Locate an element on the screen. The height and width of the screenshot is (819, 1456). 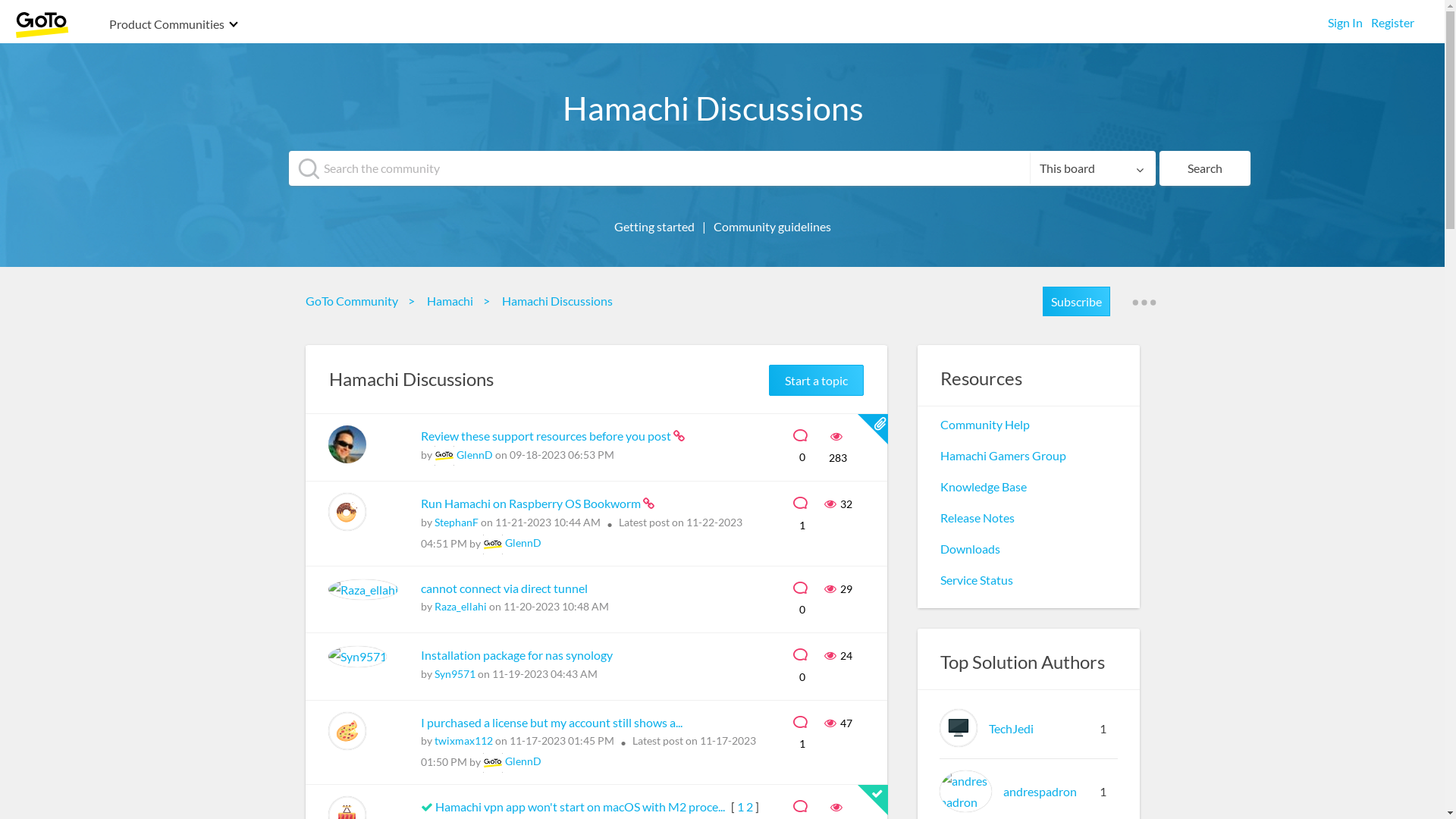
'I purchased a license but my account still shows a...' is located at coordinates (550, 720).